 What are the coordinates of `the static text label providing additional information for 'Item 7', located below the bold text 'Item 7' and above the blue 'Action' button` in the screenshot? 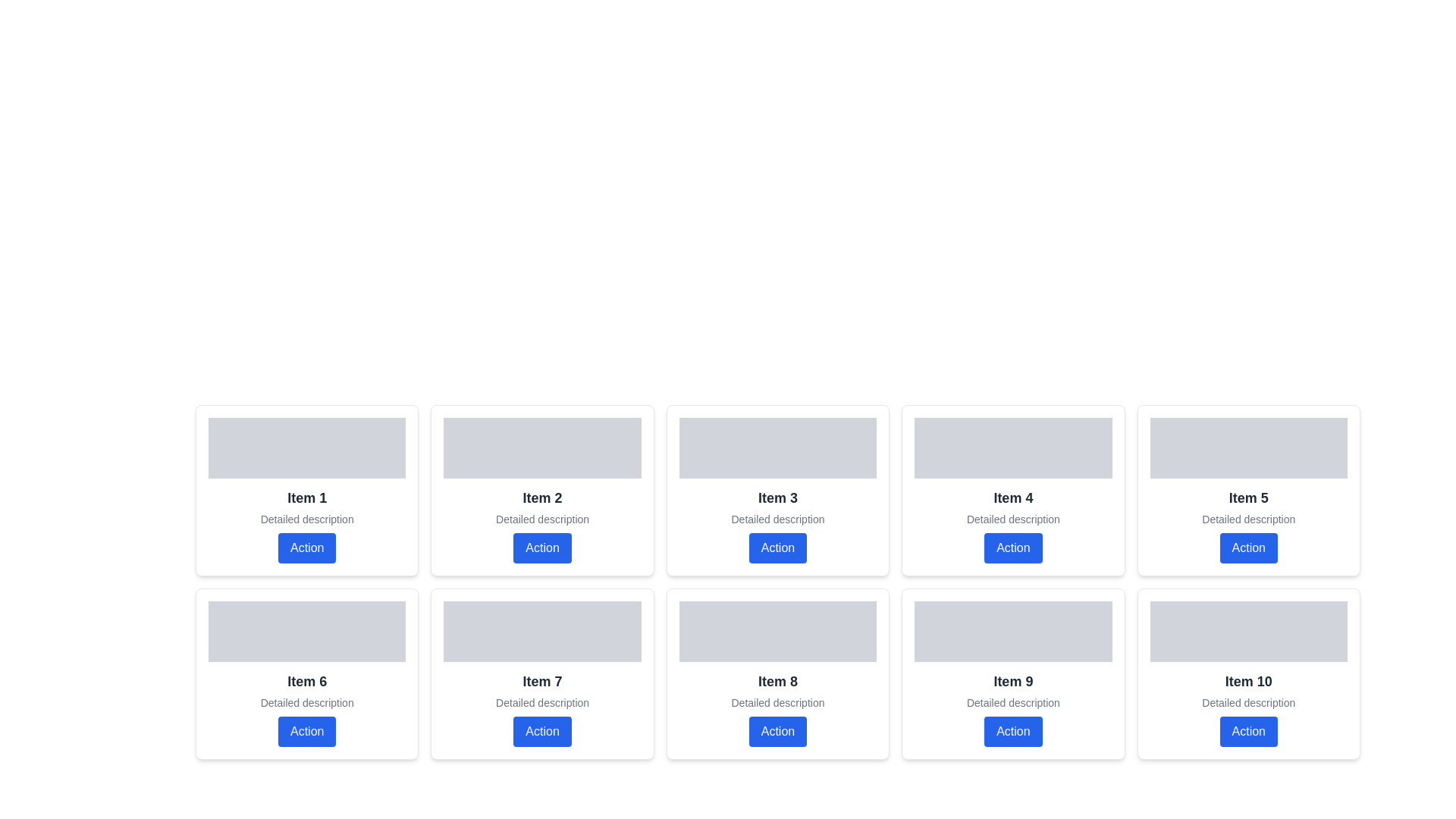 It's located at (542, 702).